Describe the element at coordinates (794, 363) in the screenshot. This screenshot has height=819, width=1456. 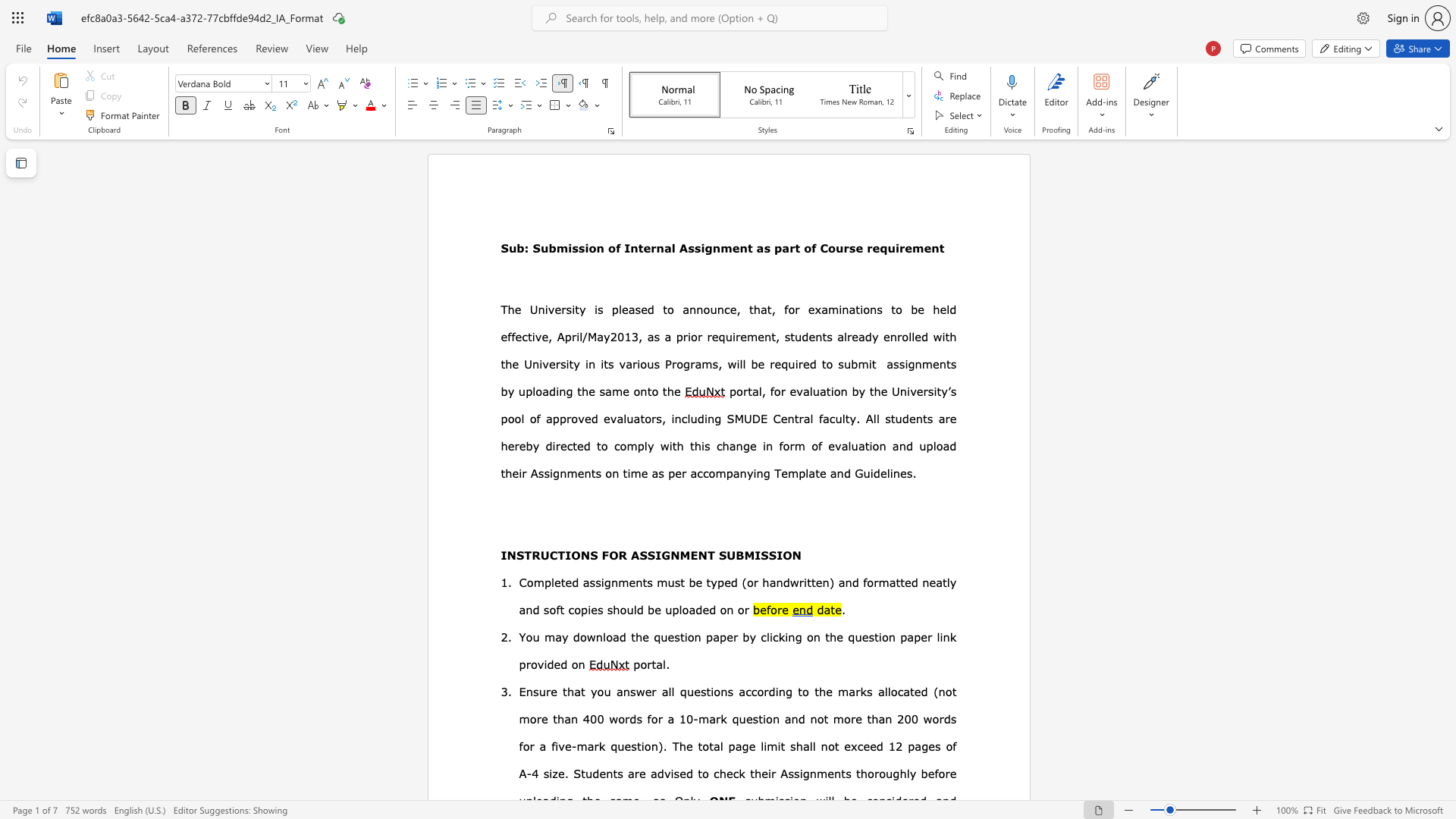
I see `the subset text "ired t" within the text "will be required to"` at that location.